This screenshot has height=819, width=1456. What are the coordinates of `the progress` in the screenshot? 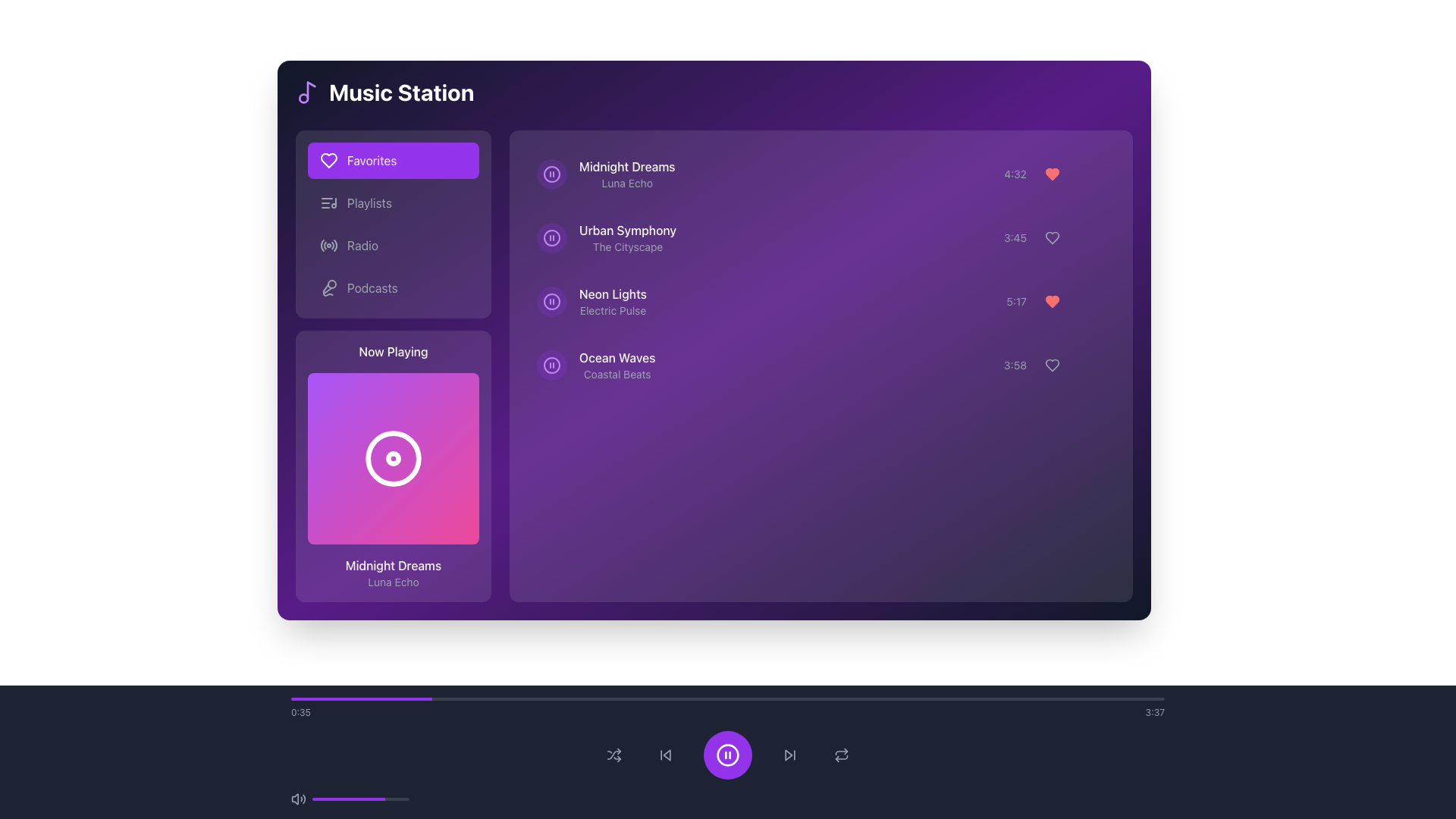 It's located at (362, 798).